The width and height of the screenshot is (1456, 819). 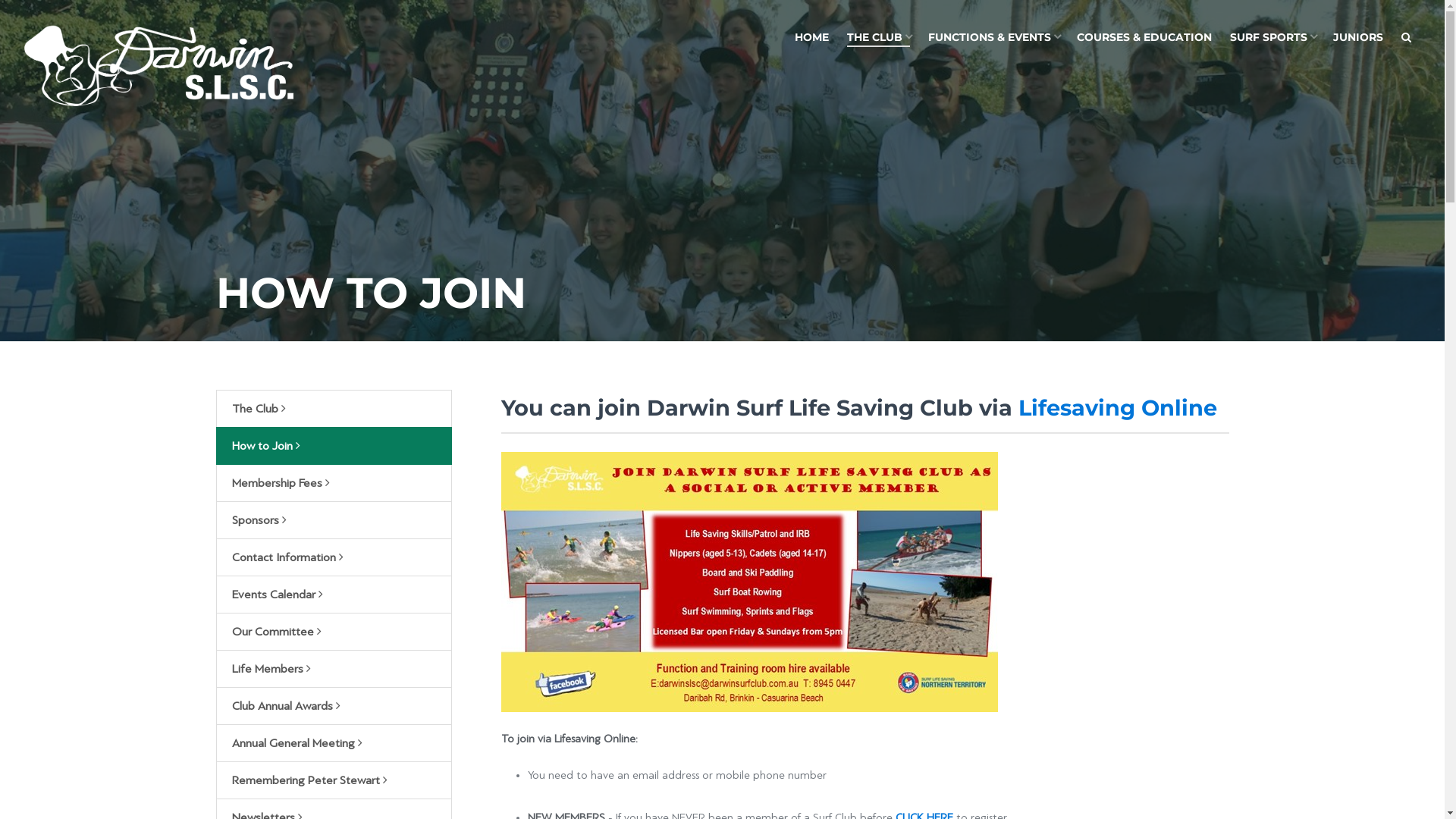 What do you see at coordinates (878, 37) in the screenshot?
I see `'THE CLUB'` at bounding box center [878, 37].